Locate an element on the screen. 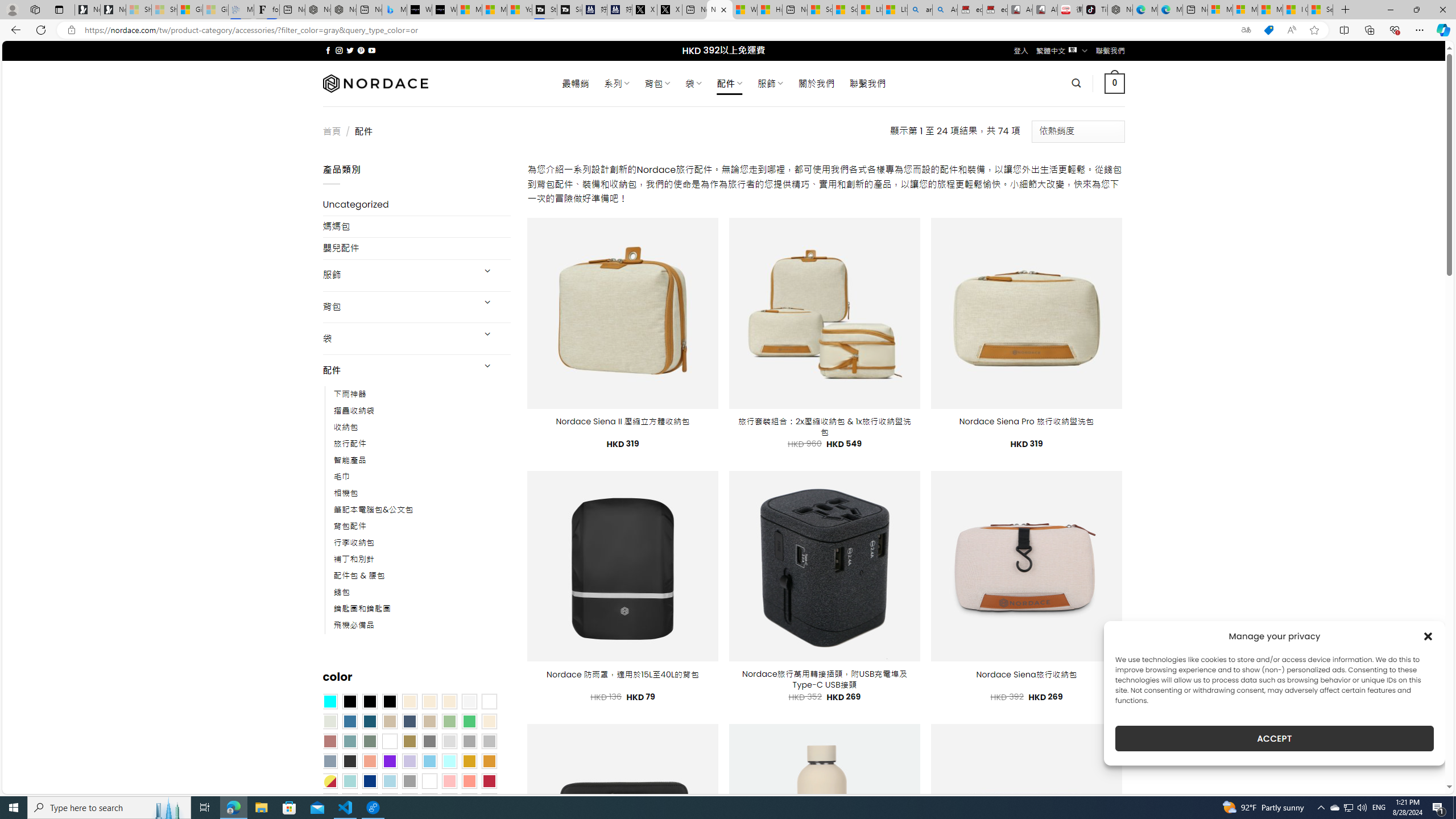  'Cream' is located at coordinates (449, 701).